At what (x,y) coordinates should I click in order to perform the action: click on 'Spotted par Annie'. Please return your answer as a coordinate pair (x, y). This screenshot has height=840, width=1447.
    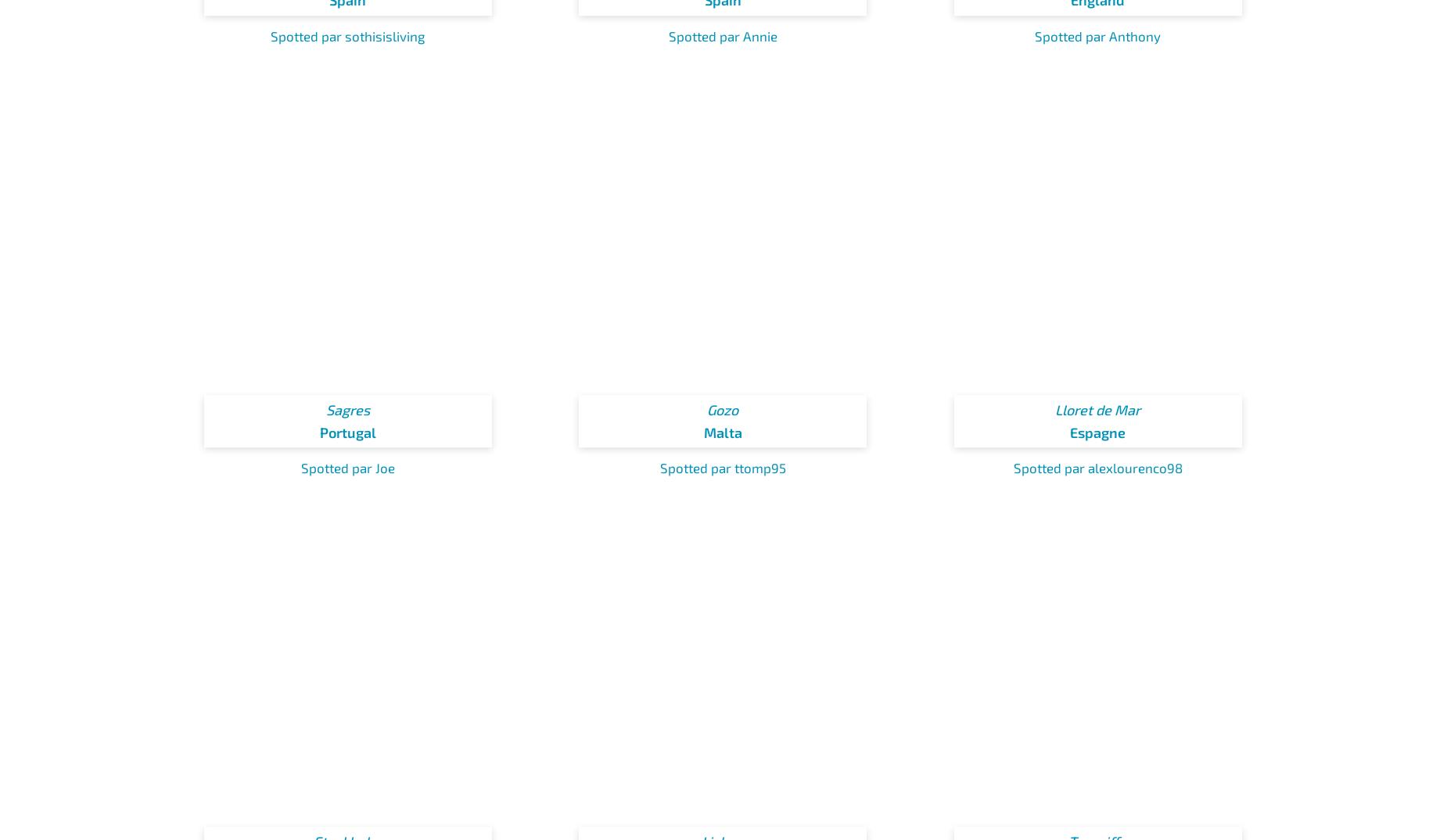
    Looking at the image, I should click on (722, 34).